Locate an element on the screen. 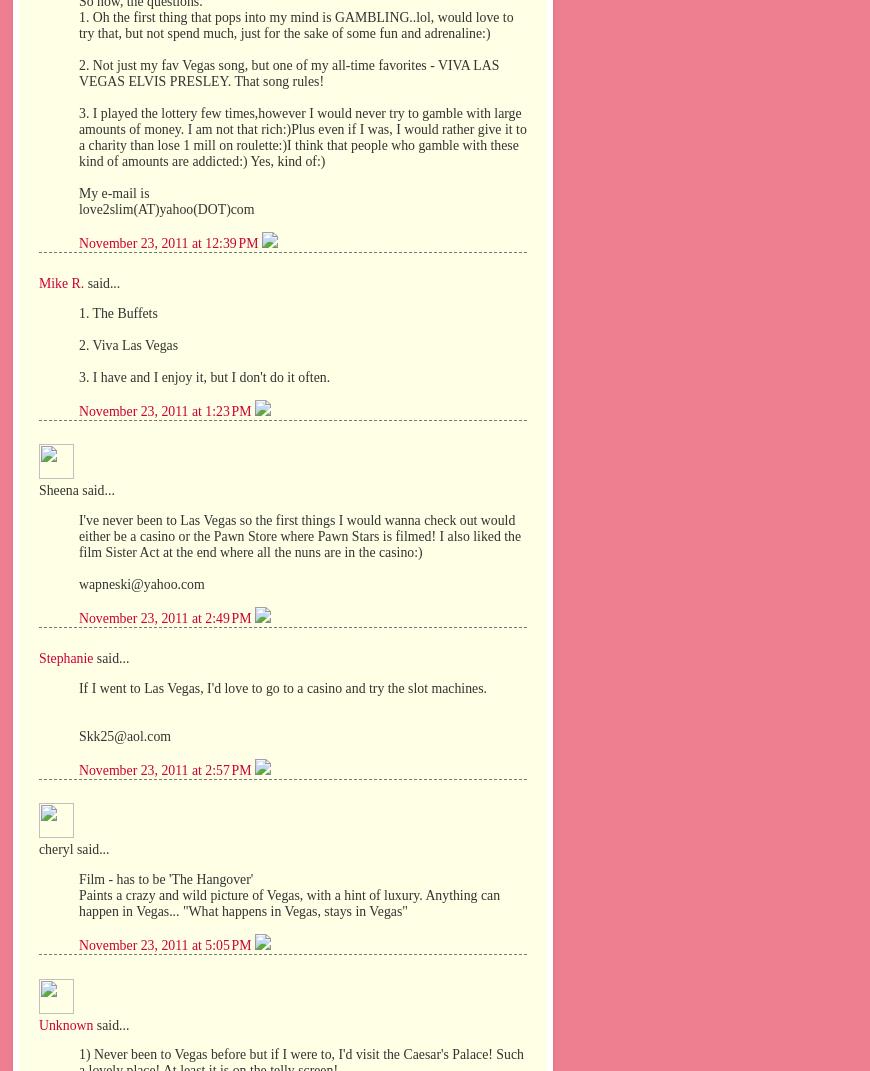 The height and width of the screenshot is (1071, 870). 'Film - has to be 'The Hangover'' is located at coordinates (164, 879).